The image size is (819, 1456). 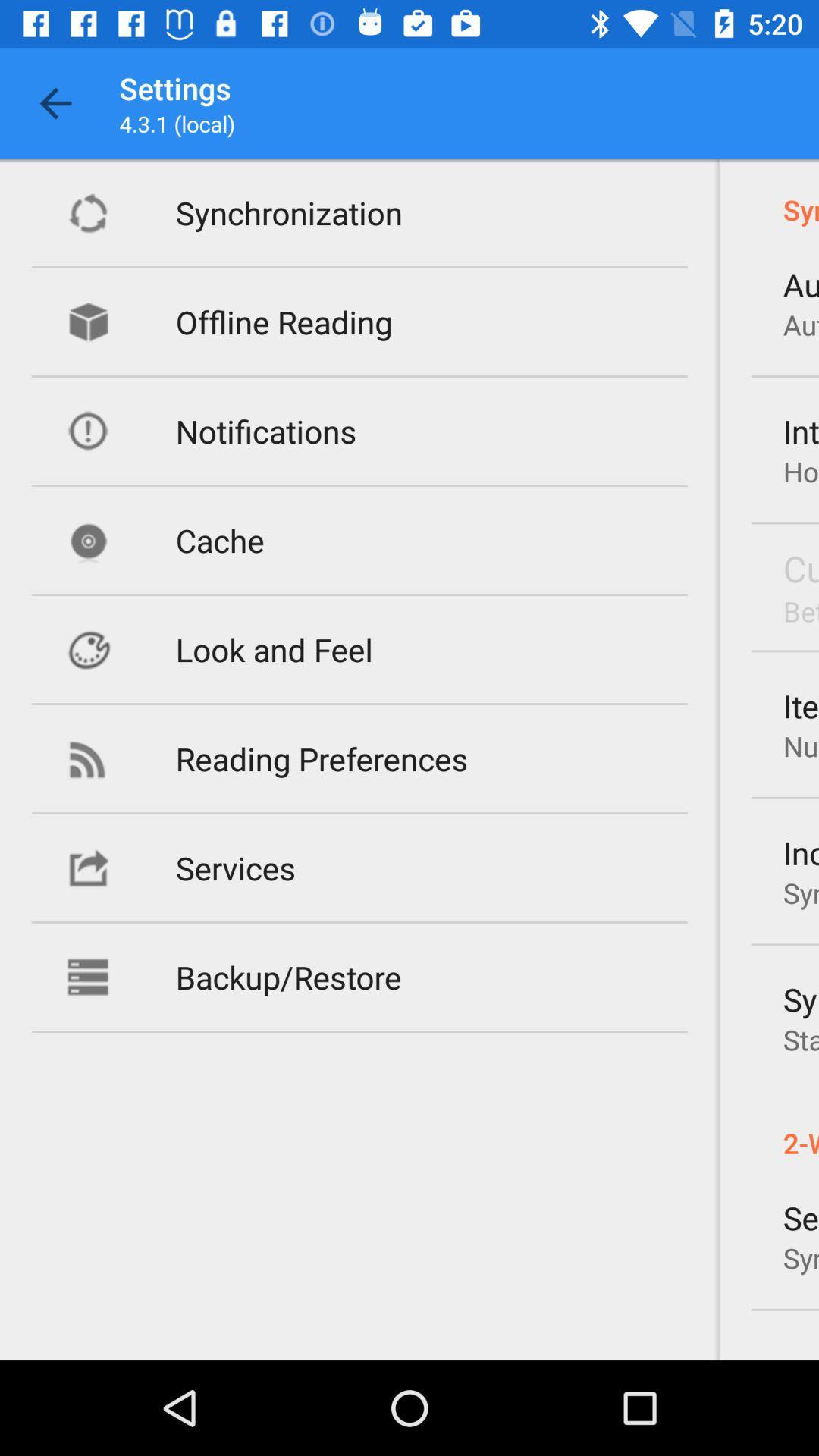 What do you see at coordinates (274, 649) in the screenshot?
I see `the item to the left of the between 0 and icon` at bounding box center [274, 649].